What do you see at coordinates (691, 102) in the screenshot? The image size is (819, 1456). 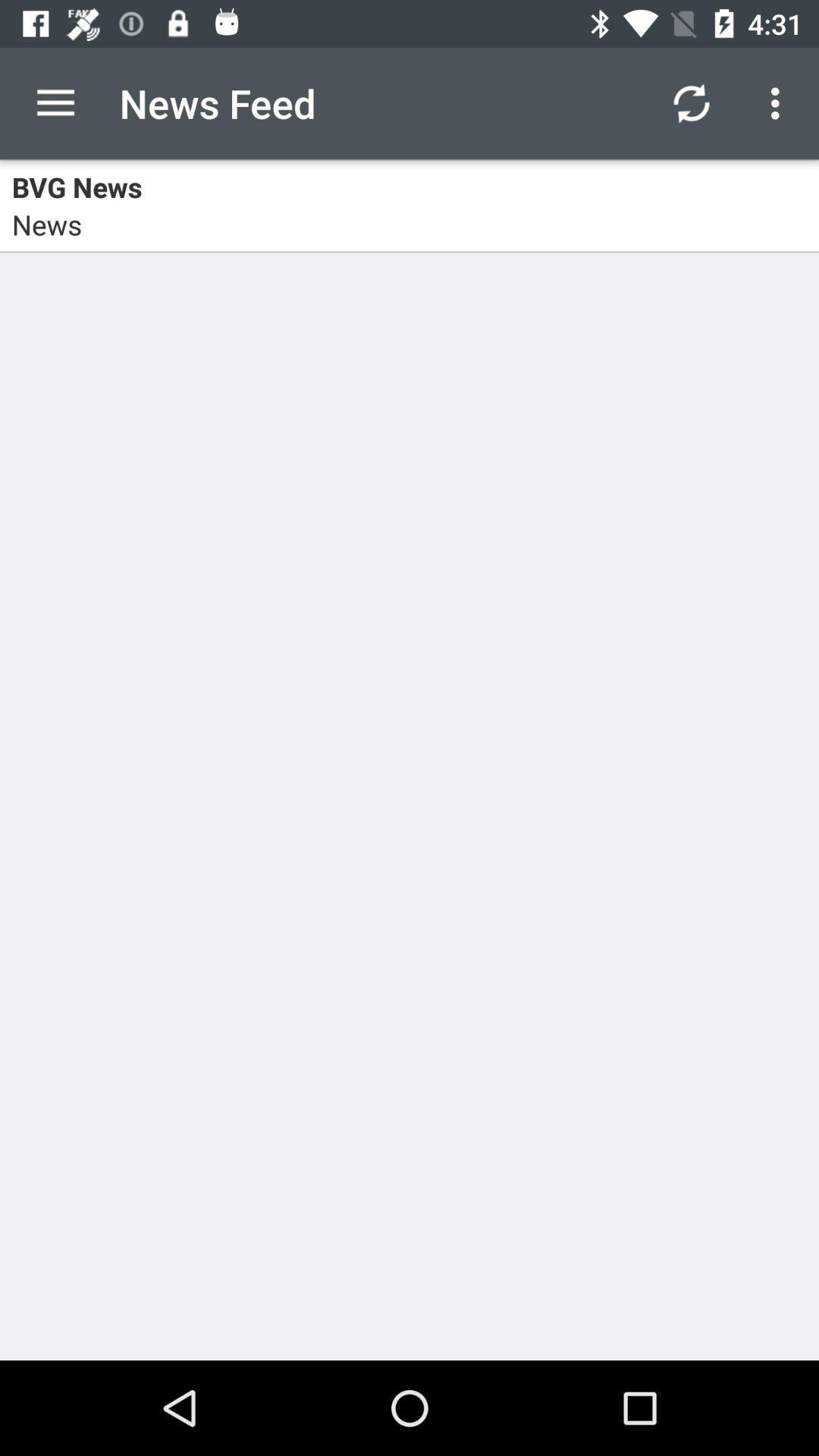 I see `item above the bvg news app` at bounding box center [691, 102].